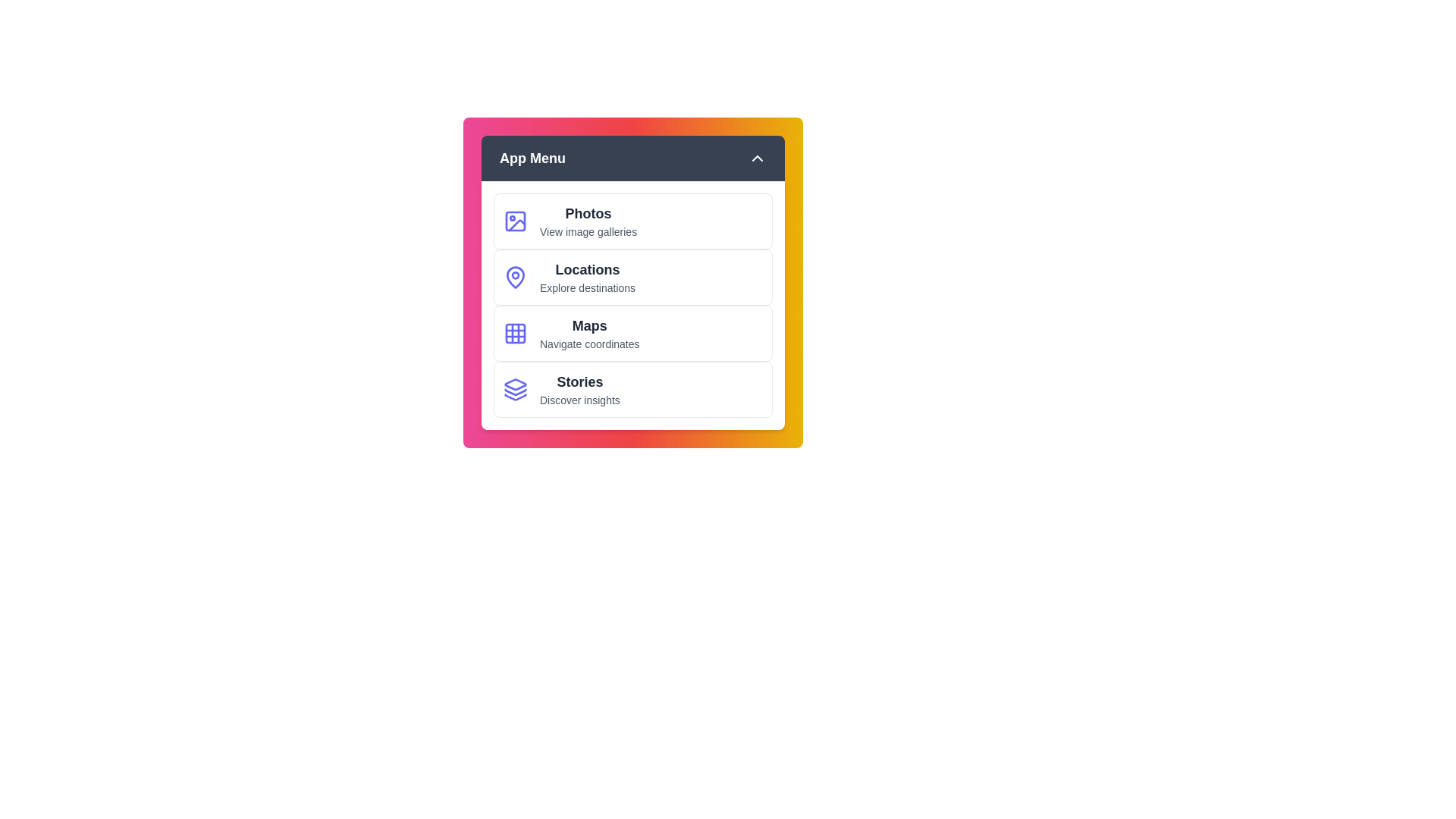 The height and width of the screenshot is (819, 1456). I want to click on the icon associated with the menu item 'Maps', so click(516, 332).